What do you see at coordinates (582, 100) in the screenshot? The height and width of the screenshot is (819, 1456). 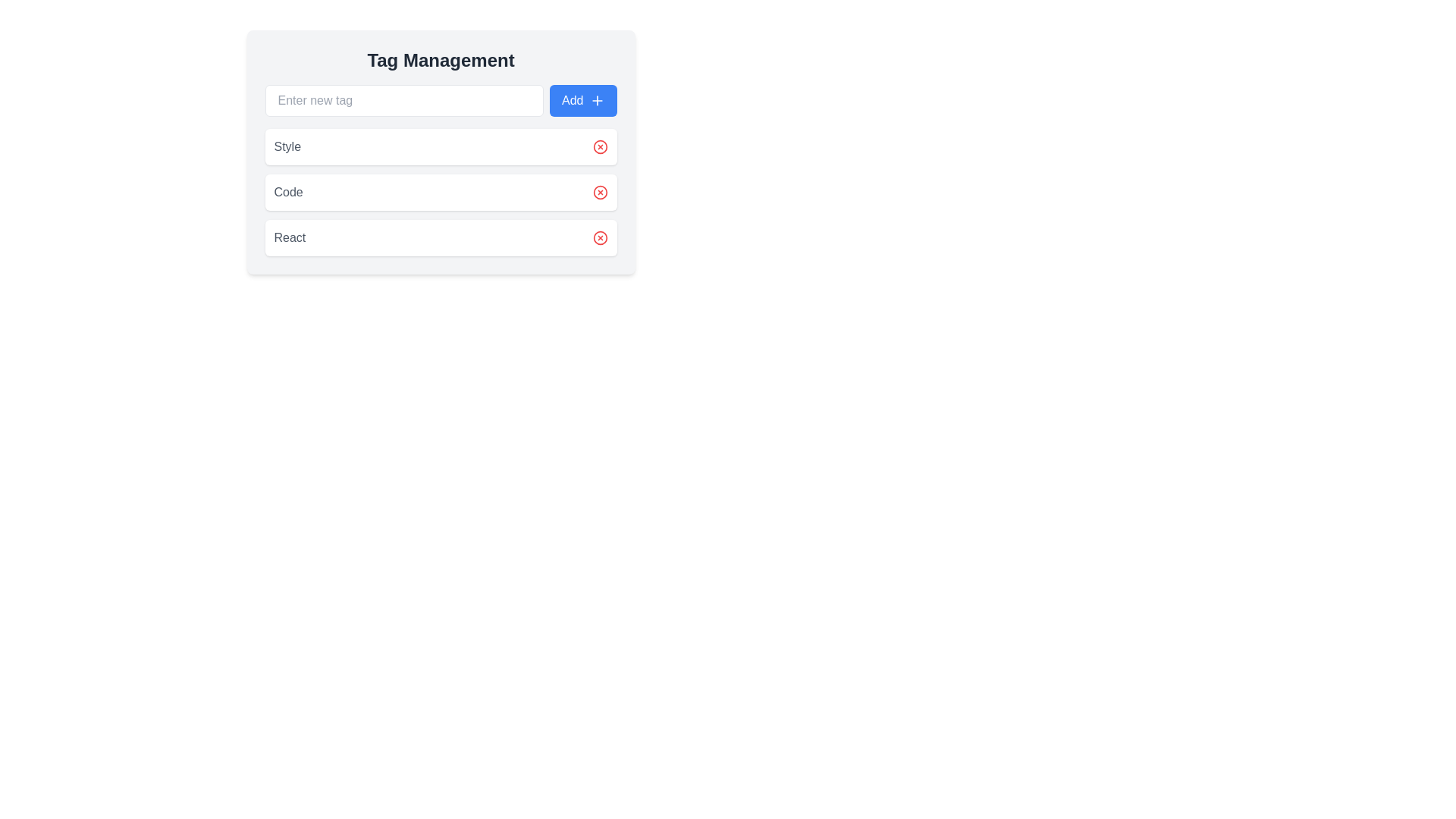 I see `the button that adds a new item, located to the right of the 'Enter new tag' text input field` at bounding box center [582, 100].